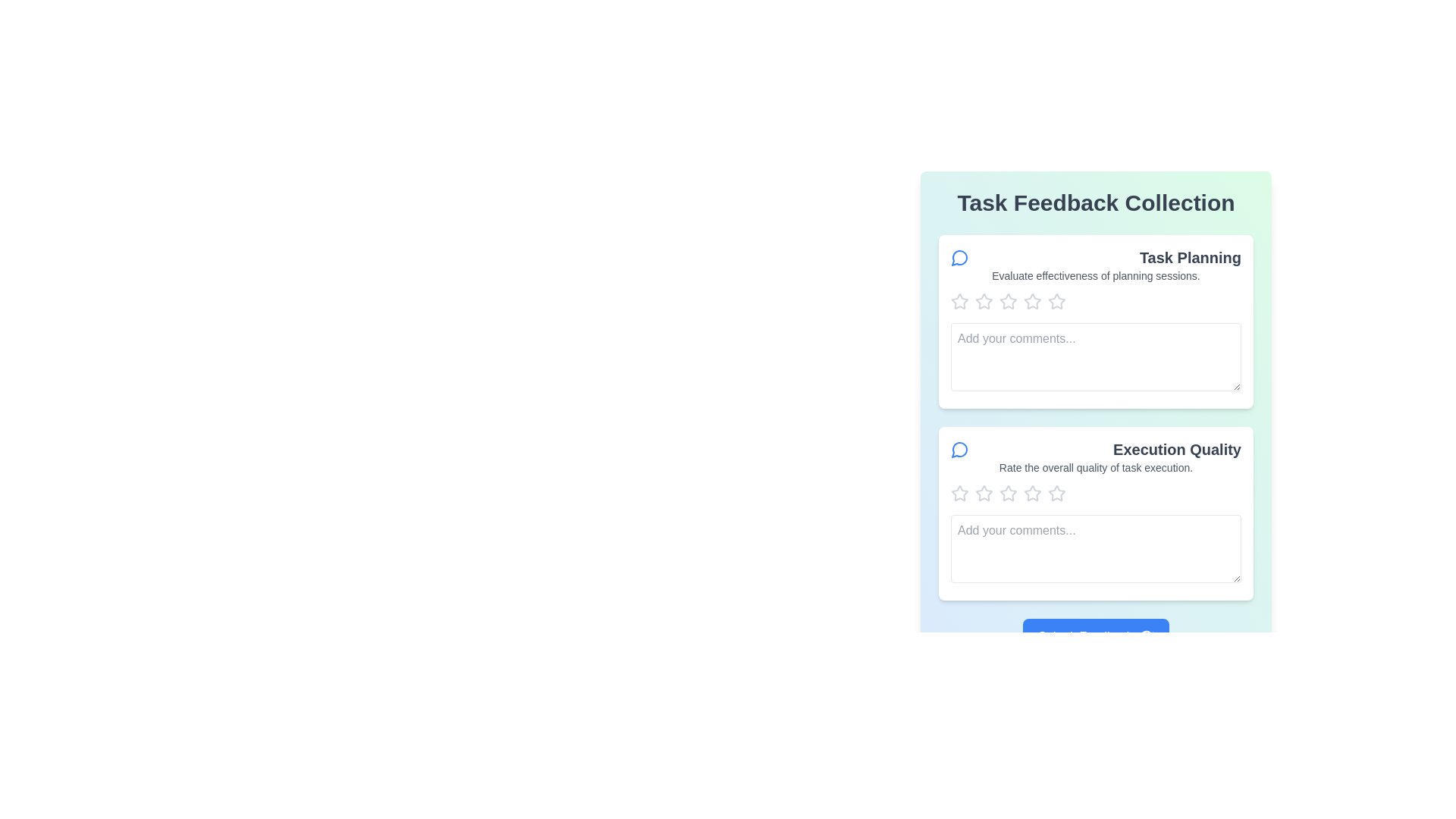 The height and width of the screenshot is (819, 1456). I want to click on the 7th star-shaped rating icon in the upper rating section for 'Task Planning', so click(1056, 301).